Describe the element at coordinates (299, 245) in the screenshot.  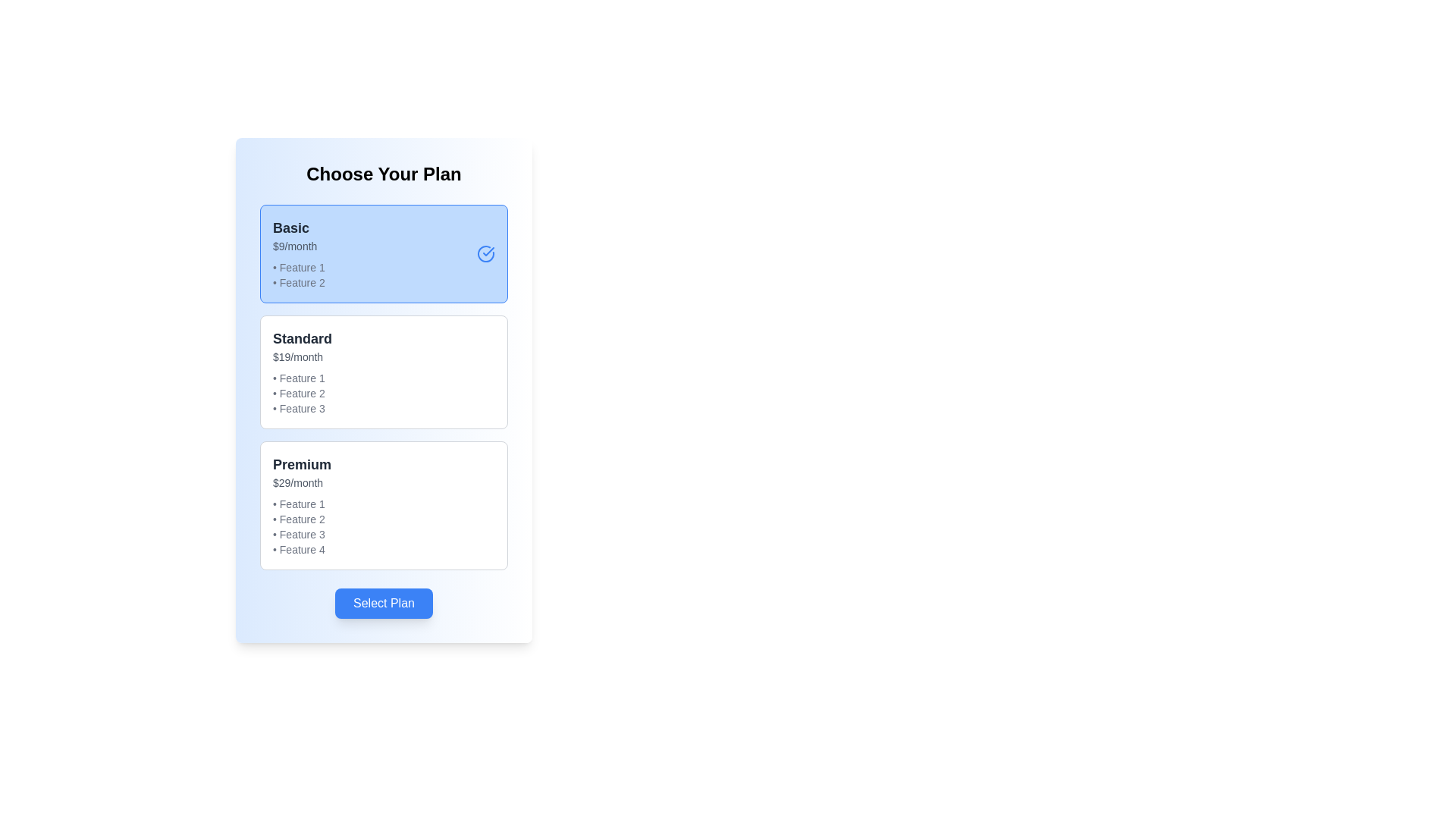
I see `the text label displaying '$9/month' which is located below the title 'Basic' in the Basic plan card` at that location.